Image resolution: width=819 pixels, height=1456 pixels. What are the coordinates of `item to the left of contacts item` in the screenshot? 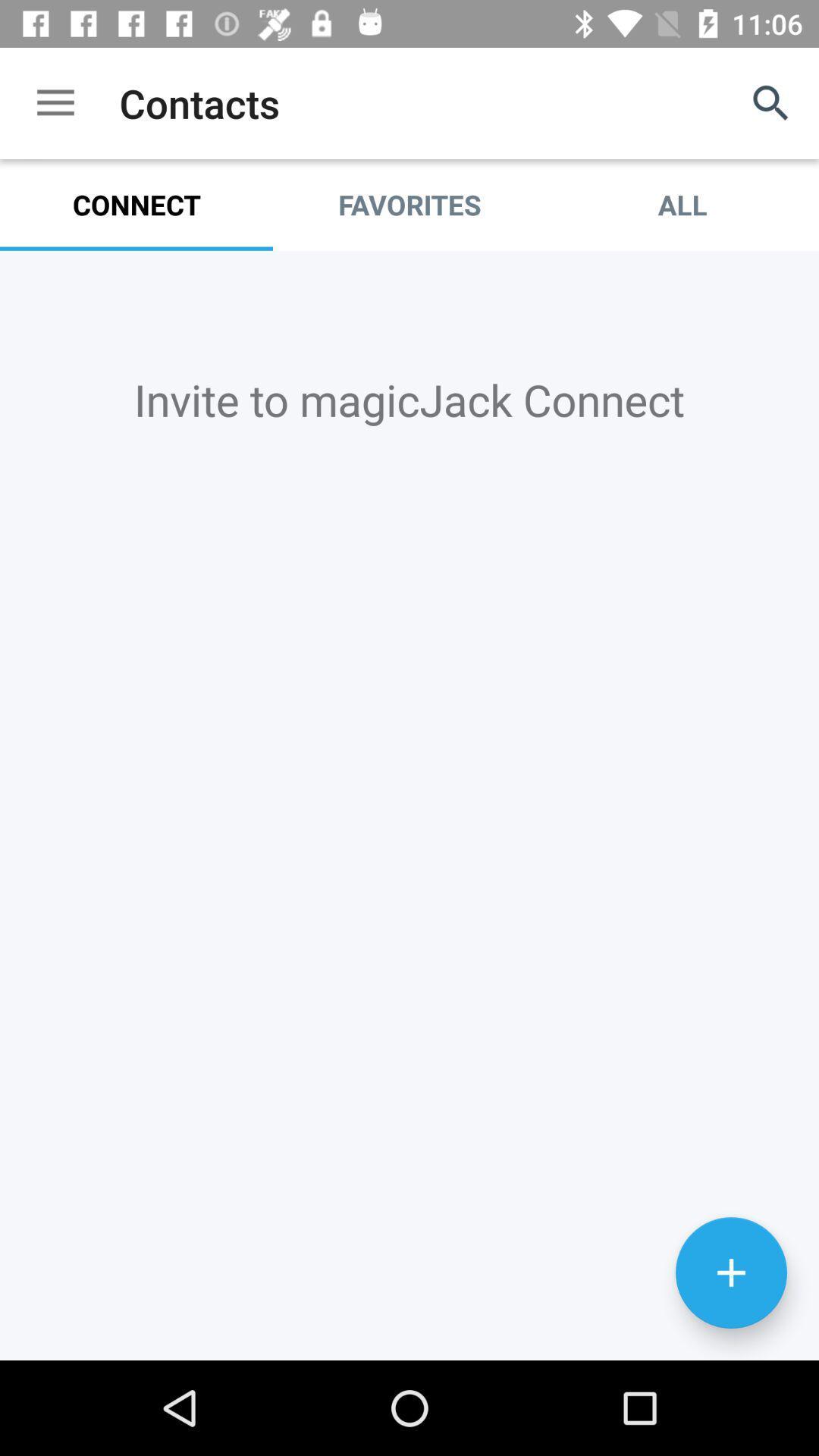 It's located at (55, 102).